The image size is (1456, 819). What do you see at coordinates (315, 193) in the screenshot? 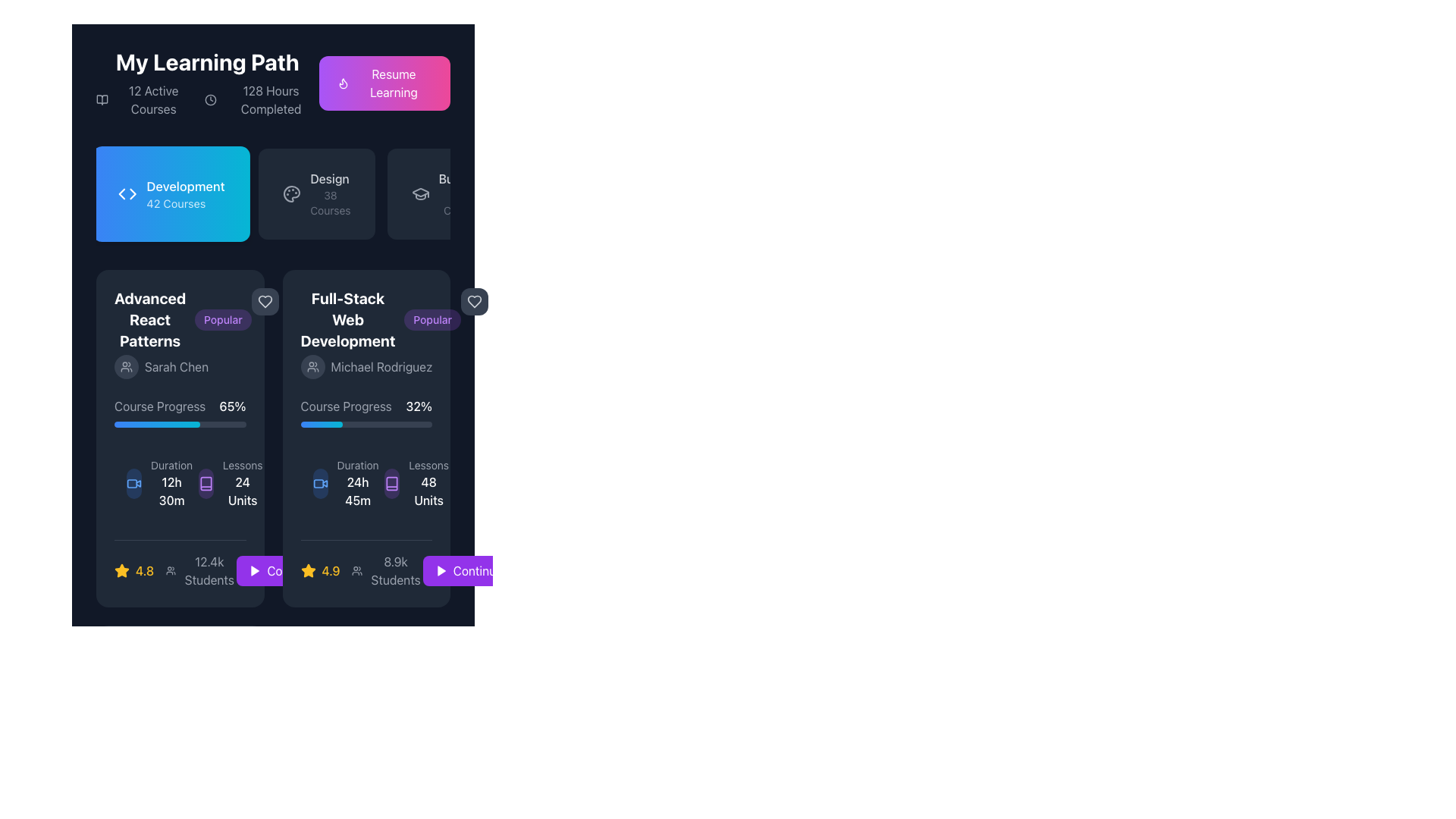
I see `the second button in the horizontal list, which directs users to the courses related to 'Design'` at bounding box center [315, 193].